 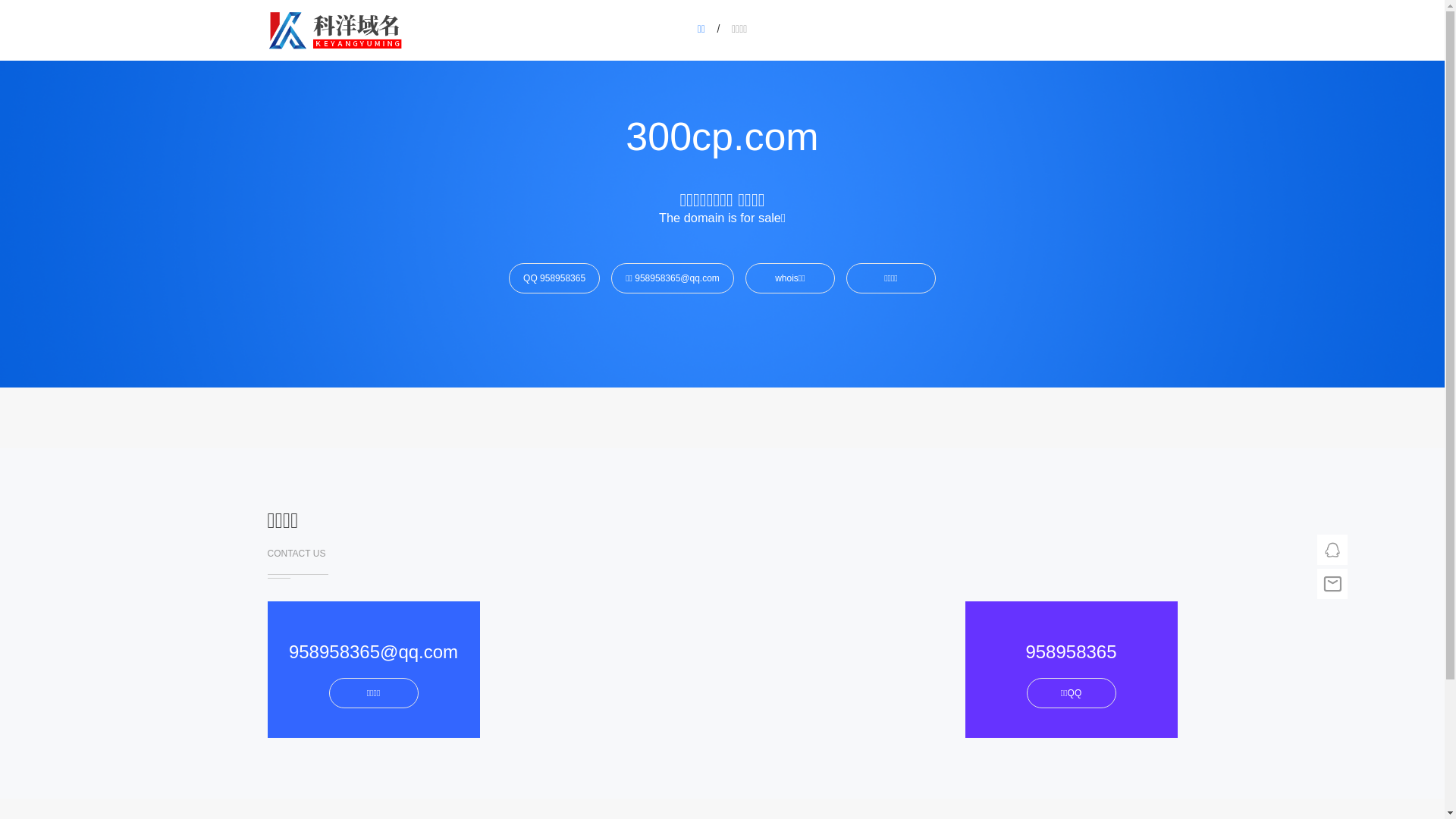 What do you see at coordinates (553, 278) in the screenshot?
I see `'QQ 958958365'` at bounding box center [553, 278].